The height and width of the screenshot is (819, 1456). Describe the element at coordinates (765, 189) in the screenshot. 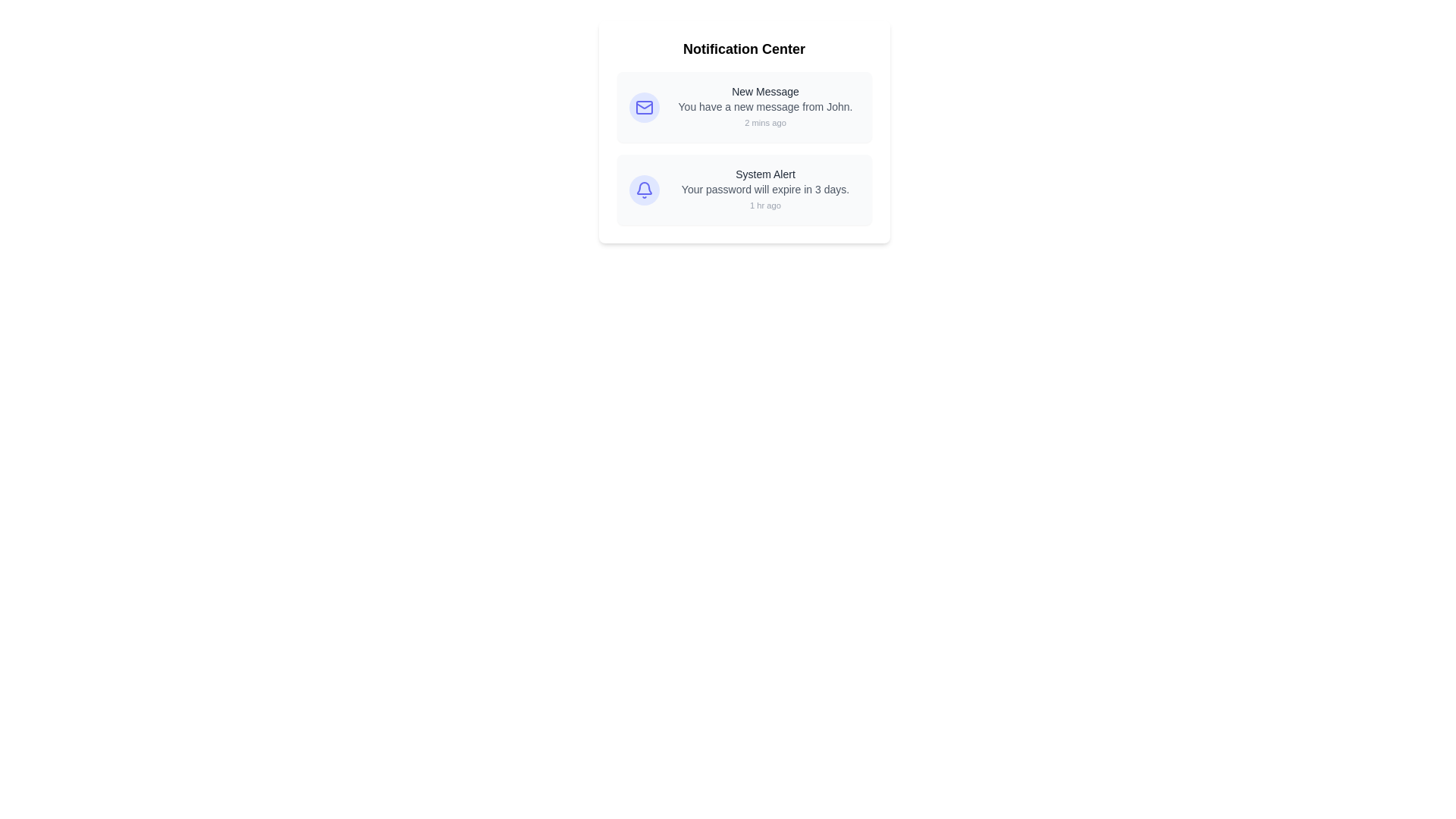

I see `the text label that reads 'Your password will expire in 3 days.' styled in gray font, located below 'System Alert' in the lower card of the Notification Center` at that location.